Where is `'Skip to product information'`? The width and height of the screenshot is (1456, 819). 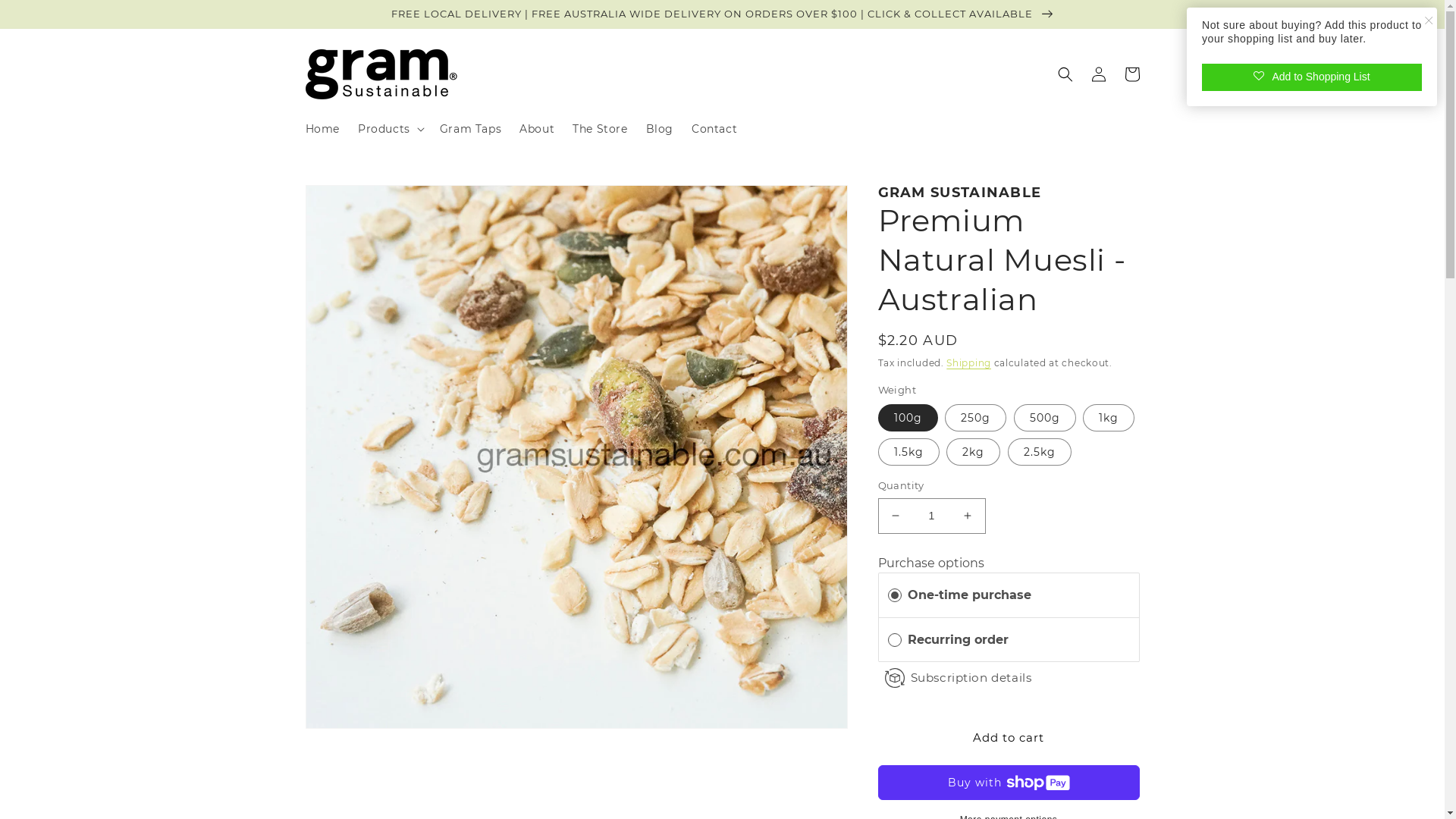
'Skip to product information' is located at coordinates (352, 203).